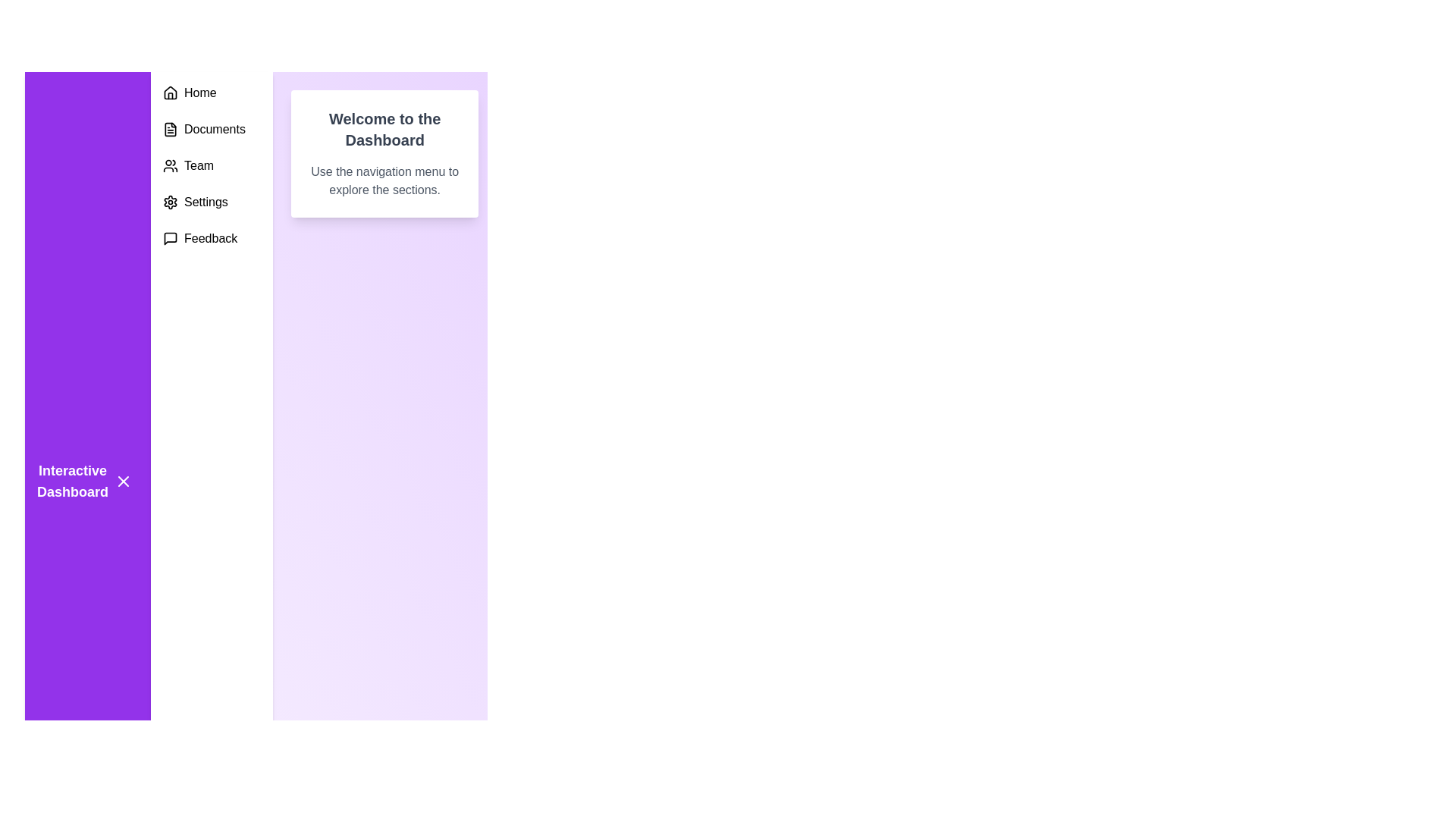  Describe the element at coordinates (124, 482) in the screenshot. I see `the Icon Button located on the left side of the interface in the vertical purple sidebar` at that location.